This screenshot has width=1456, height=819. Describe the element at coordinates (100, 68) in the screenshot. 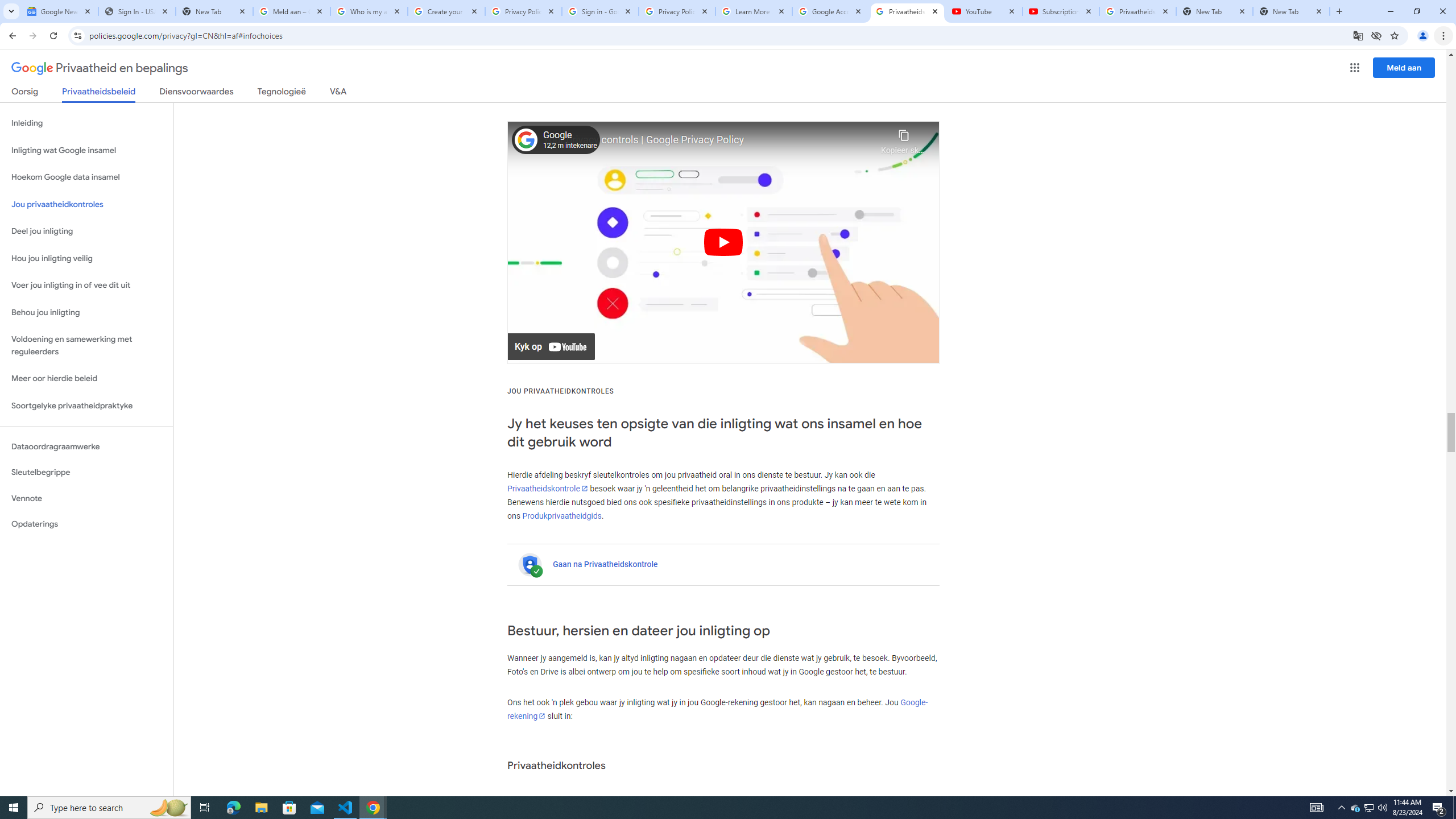

I see `'Privaatheid en bepalings'` at that location.